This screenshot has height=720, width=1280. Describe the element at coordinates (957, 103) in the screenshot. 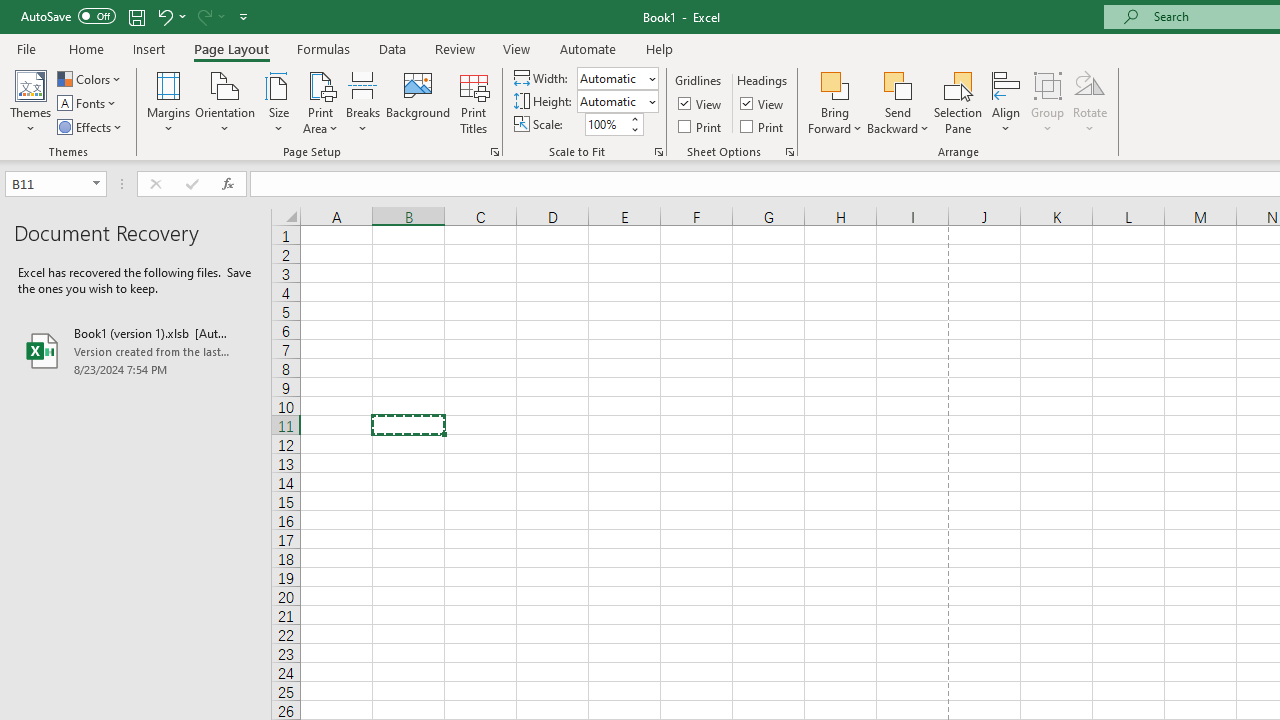

I see `'Selection Pane...'` at that location.